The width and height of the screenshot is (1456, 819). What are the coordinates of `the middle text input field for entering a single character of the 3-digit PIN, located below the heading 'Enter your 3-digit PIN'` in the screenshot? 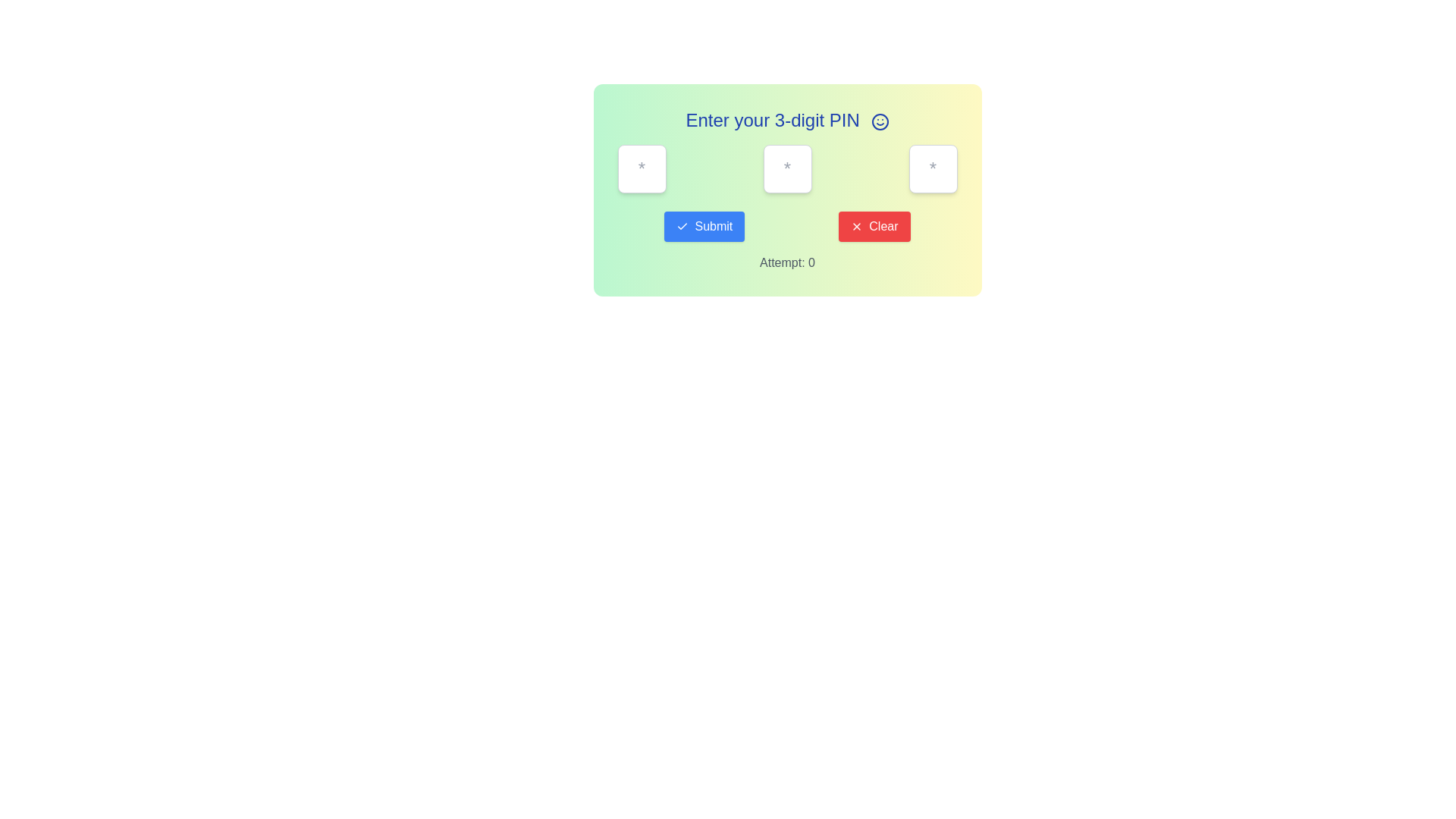 It's located at (787, 189).